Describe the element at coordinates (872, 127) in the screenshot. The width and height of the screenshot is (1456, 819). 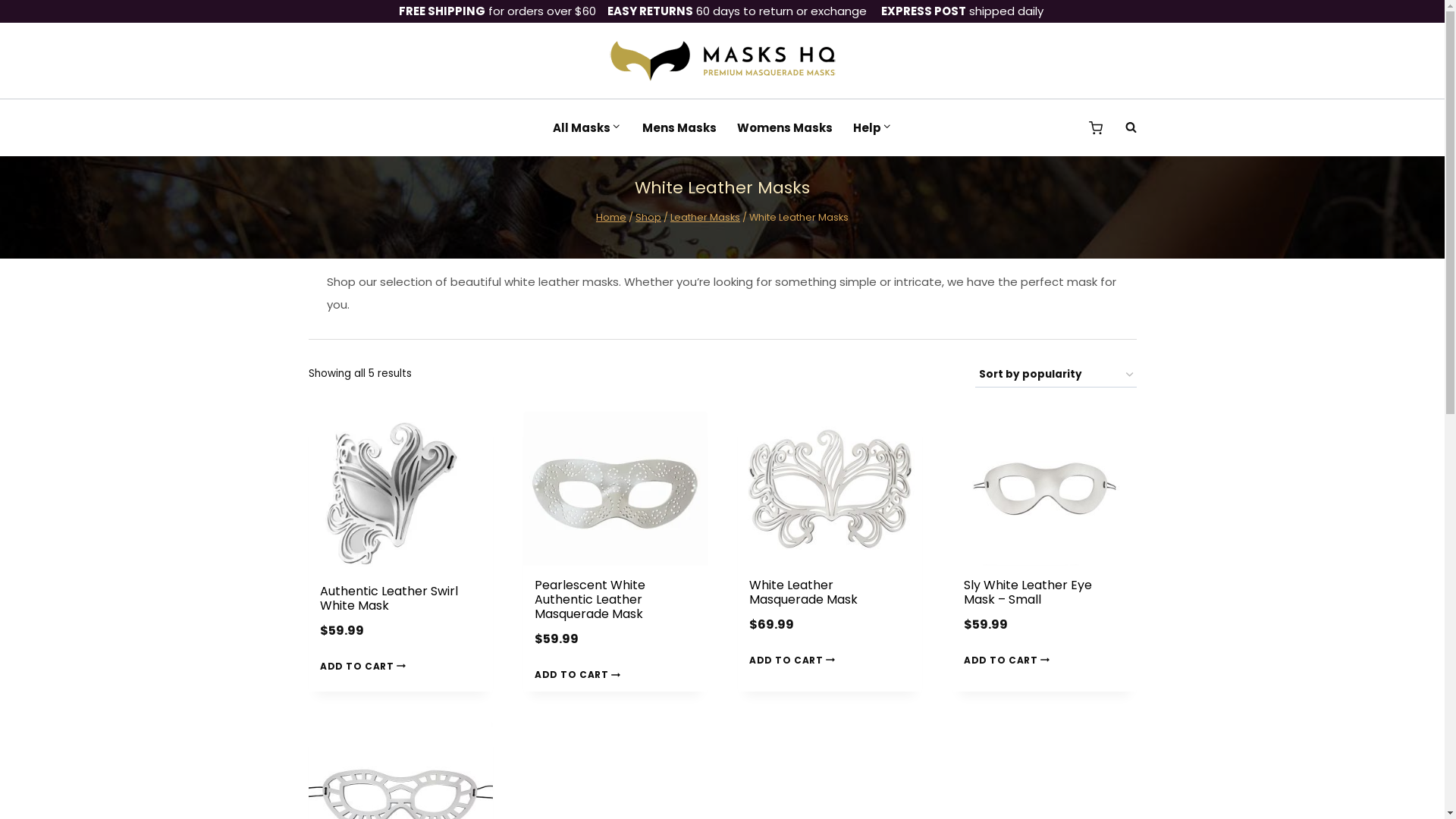
I see `'Help'` at that location.